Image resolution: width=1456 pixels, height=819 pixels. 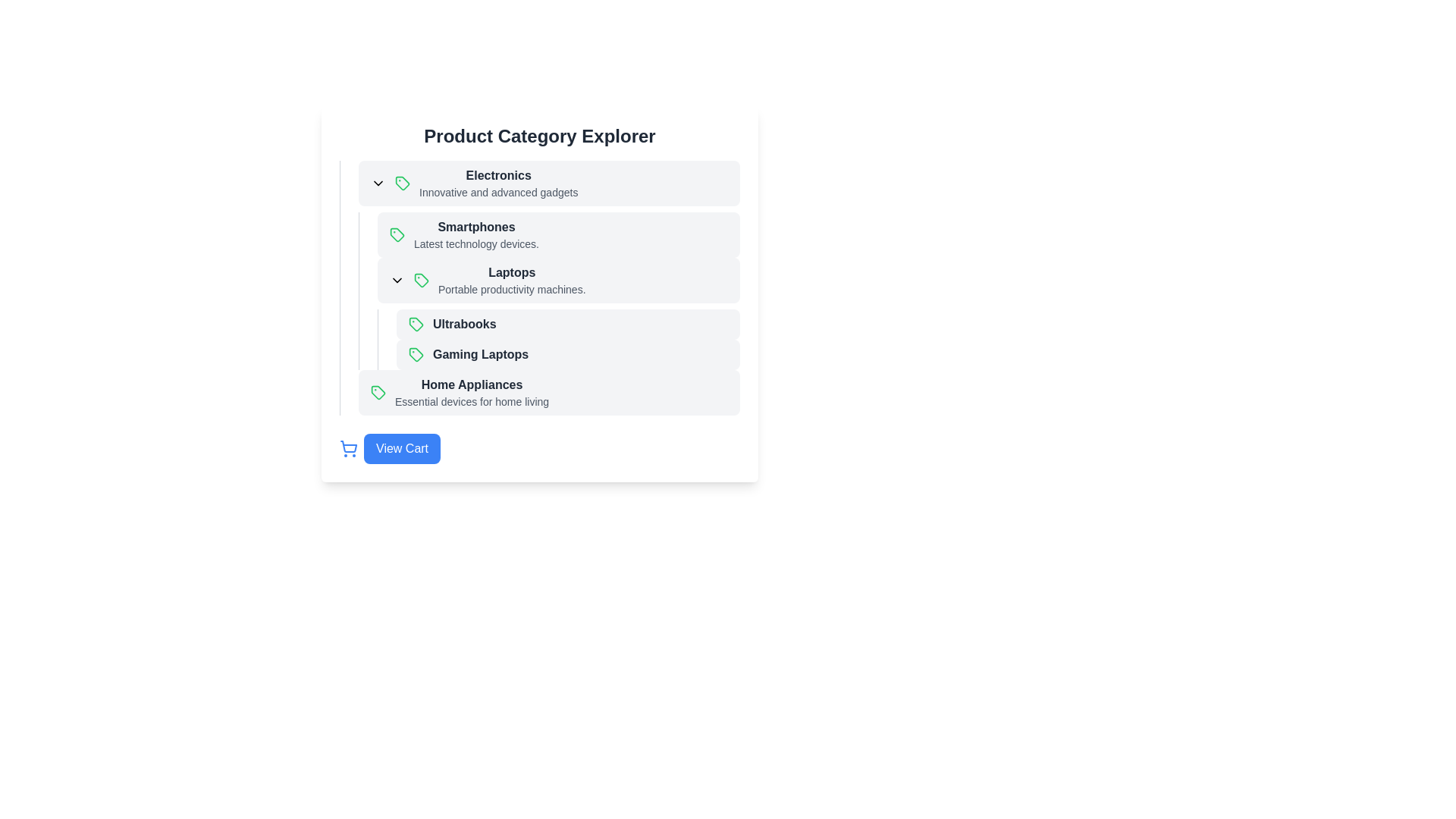 I want to click on the green tag-shaped icon located next to the 'Electronics' label in the product category explorer by clicking on it, so click(x=403, y=183).